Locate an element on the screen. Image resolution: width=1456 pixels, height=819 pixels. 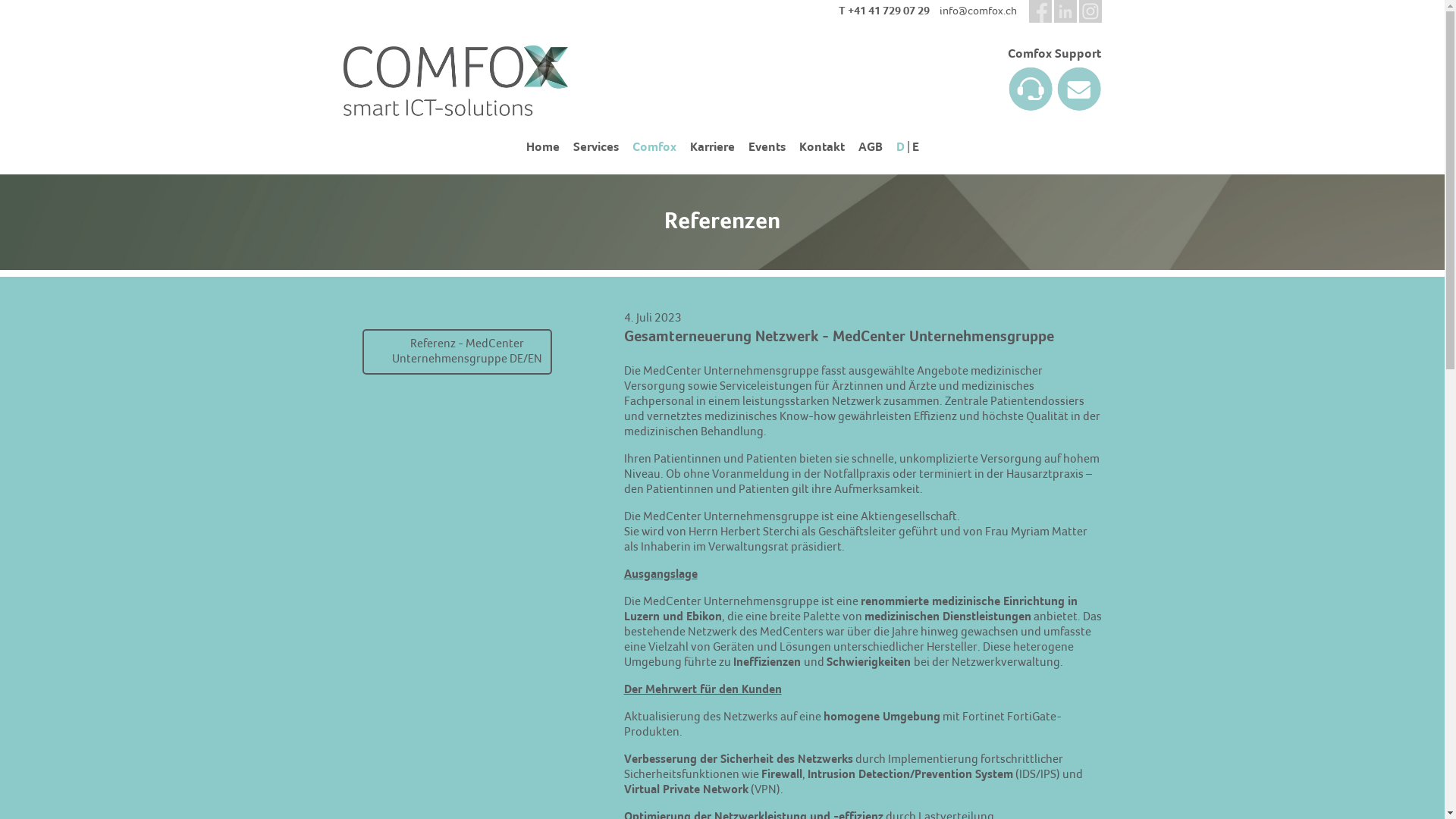
'D' is located at coordinates (896, 147).